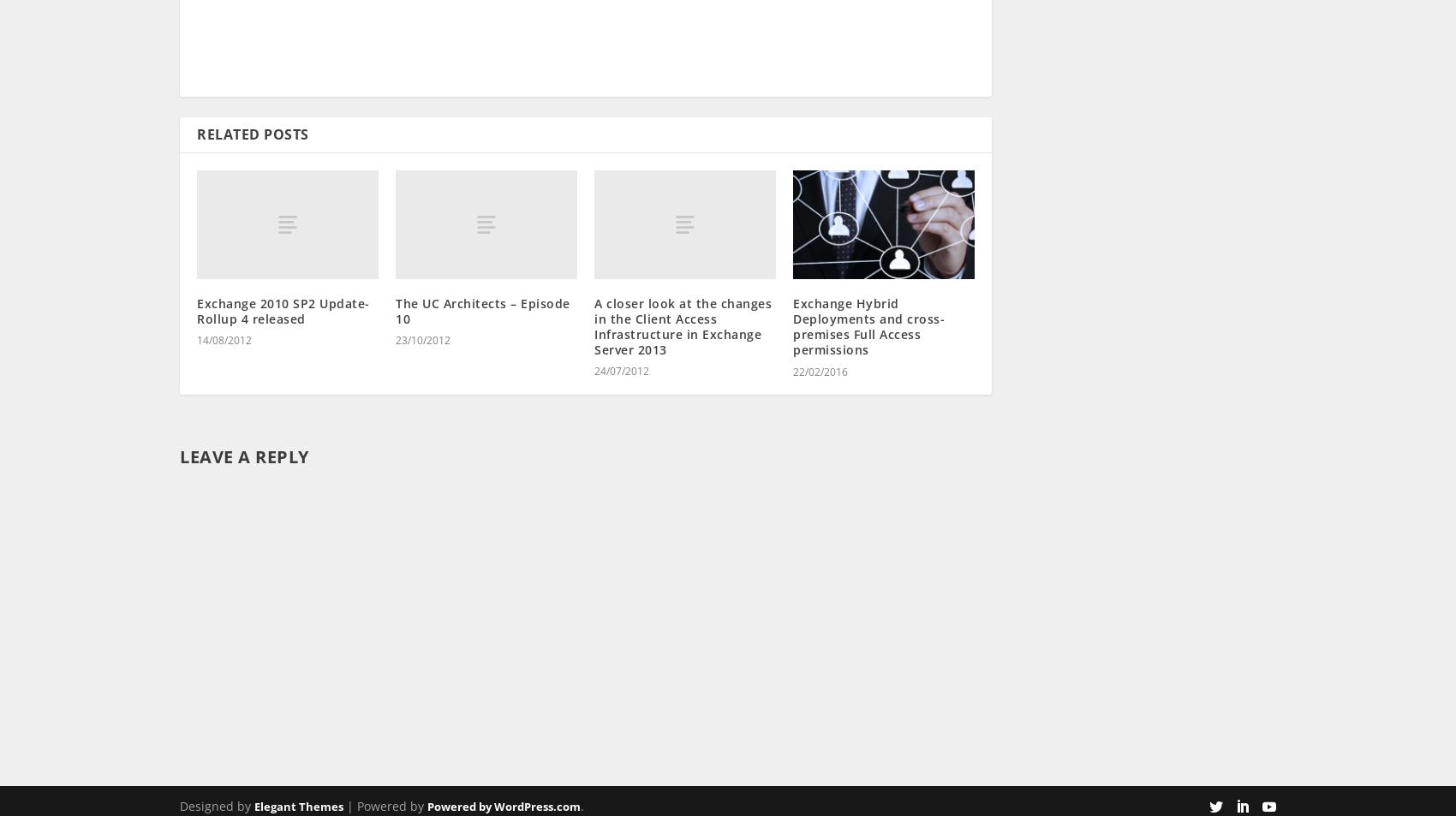 This screenshot has width=1456, height=816. Describe the element at coordinates (252, 101) in the screenshot. I see `'Related Posts'` at that location.